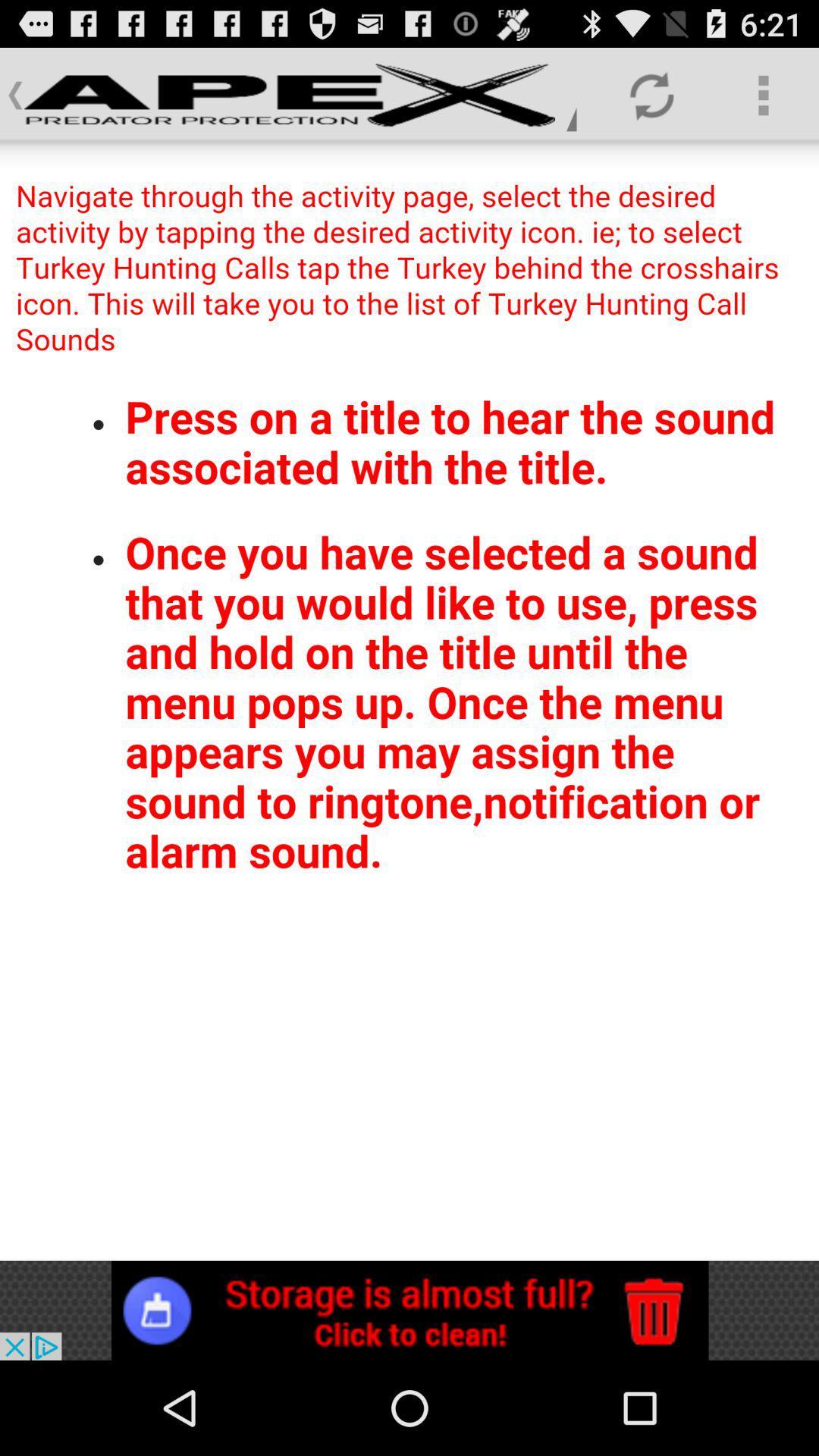 Image resolution: width=819 pixels, height=1456 pixels. Describe the element at coordinates (409, 1310) in the screenshot. I see `advertisement bar` at that location.